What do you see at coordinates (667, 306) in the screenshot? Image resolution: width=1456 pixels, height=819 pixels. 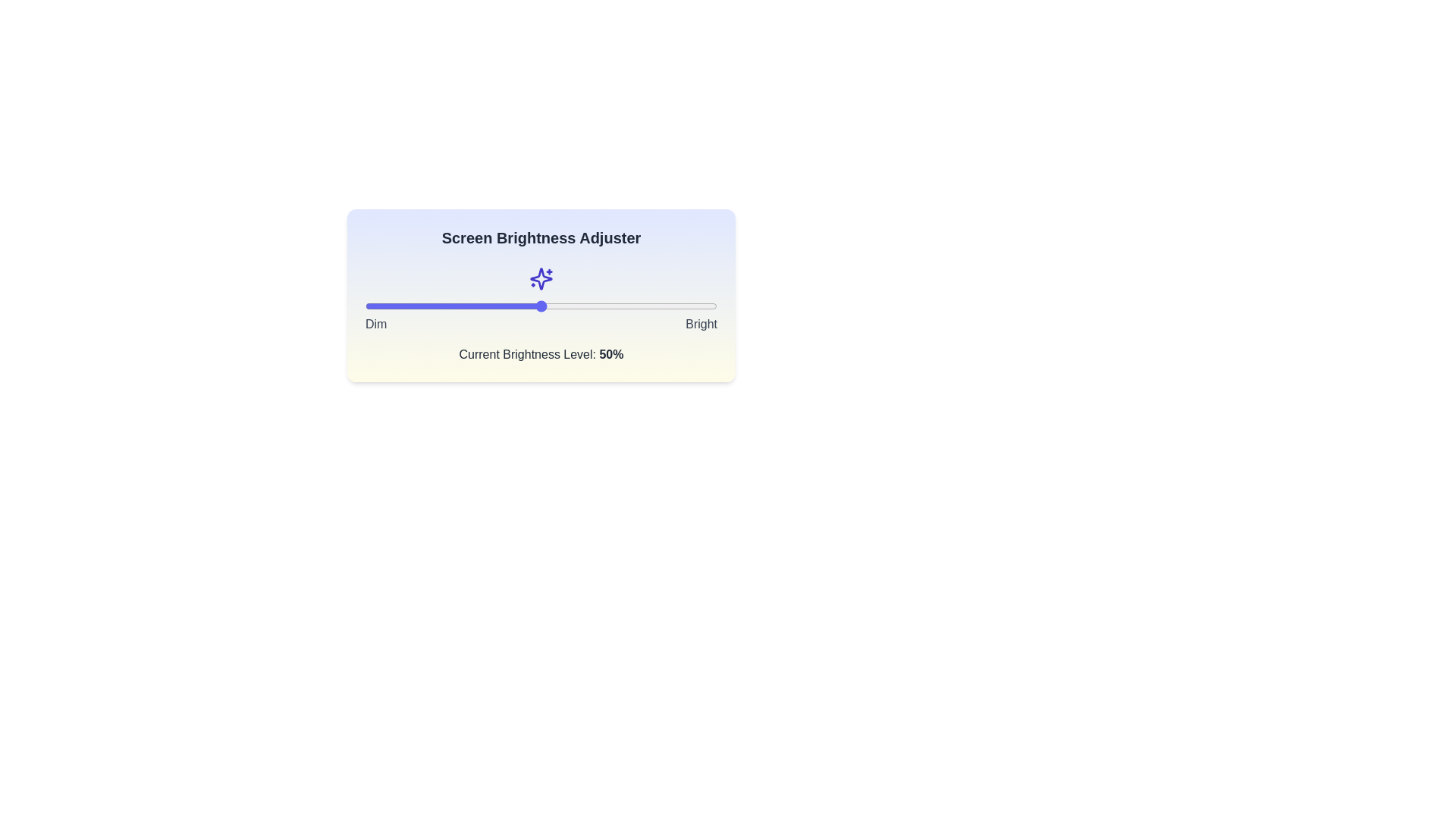 I see `the brightness slider to 86% to observe the icon change` at bounding box center [667, 306].